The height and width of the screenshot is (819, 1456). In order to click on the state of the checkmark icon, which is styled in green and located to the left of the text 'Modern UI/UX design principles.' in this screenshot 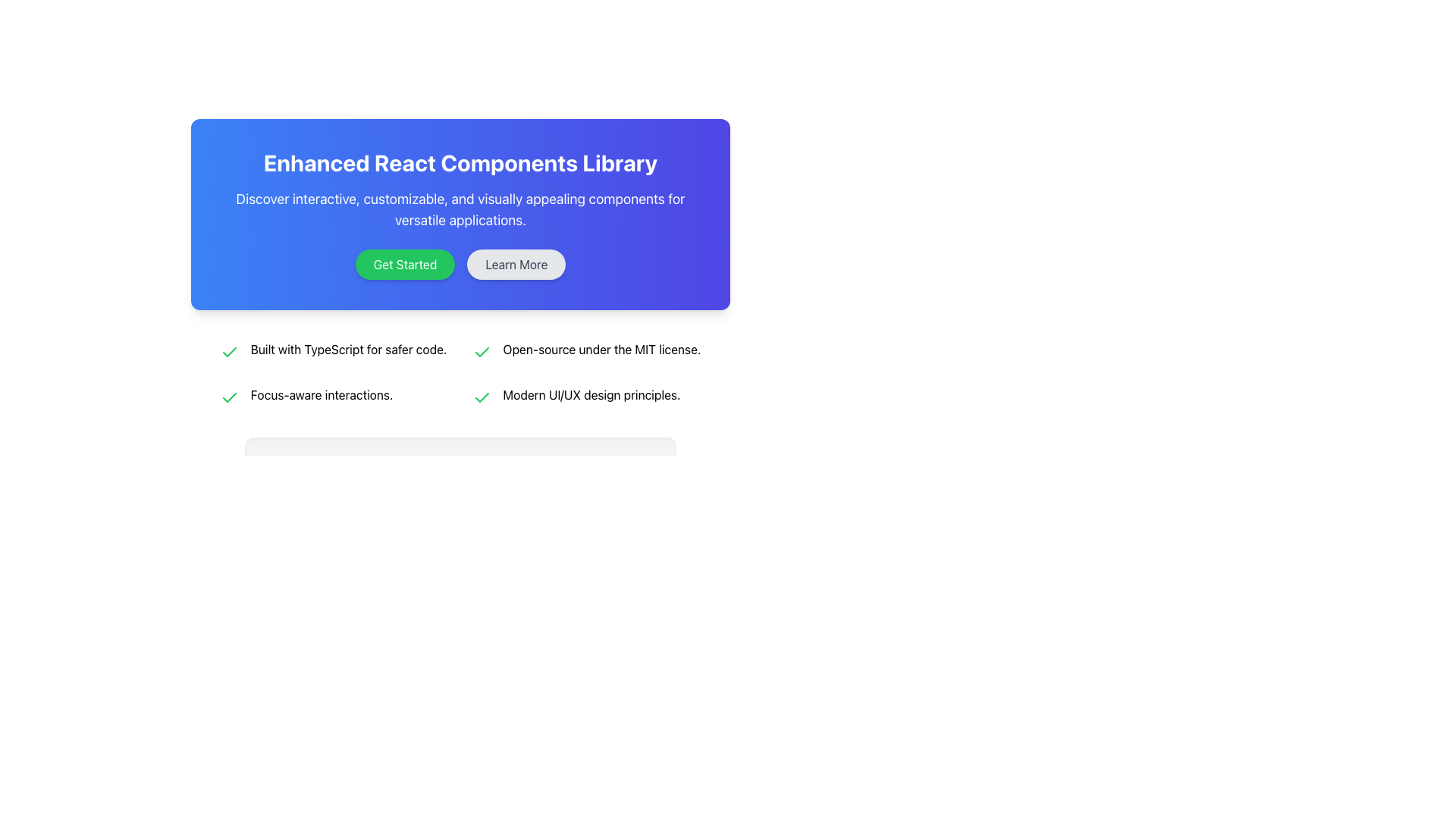, I will do `click(481, 397)`.